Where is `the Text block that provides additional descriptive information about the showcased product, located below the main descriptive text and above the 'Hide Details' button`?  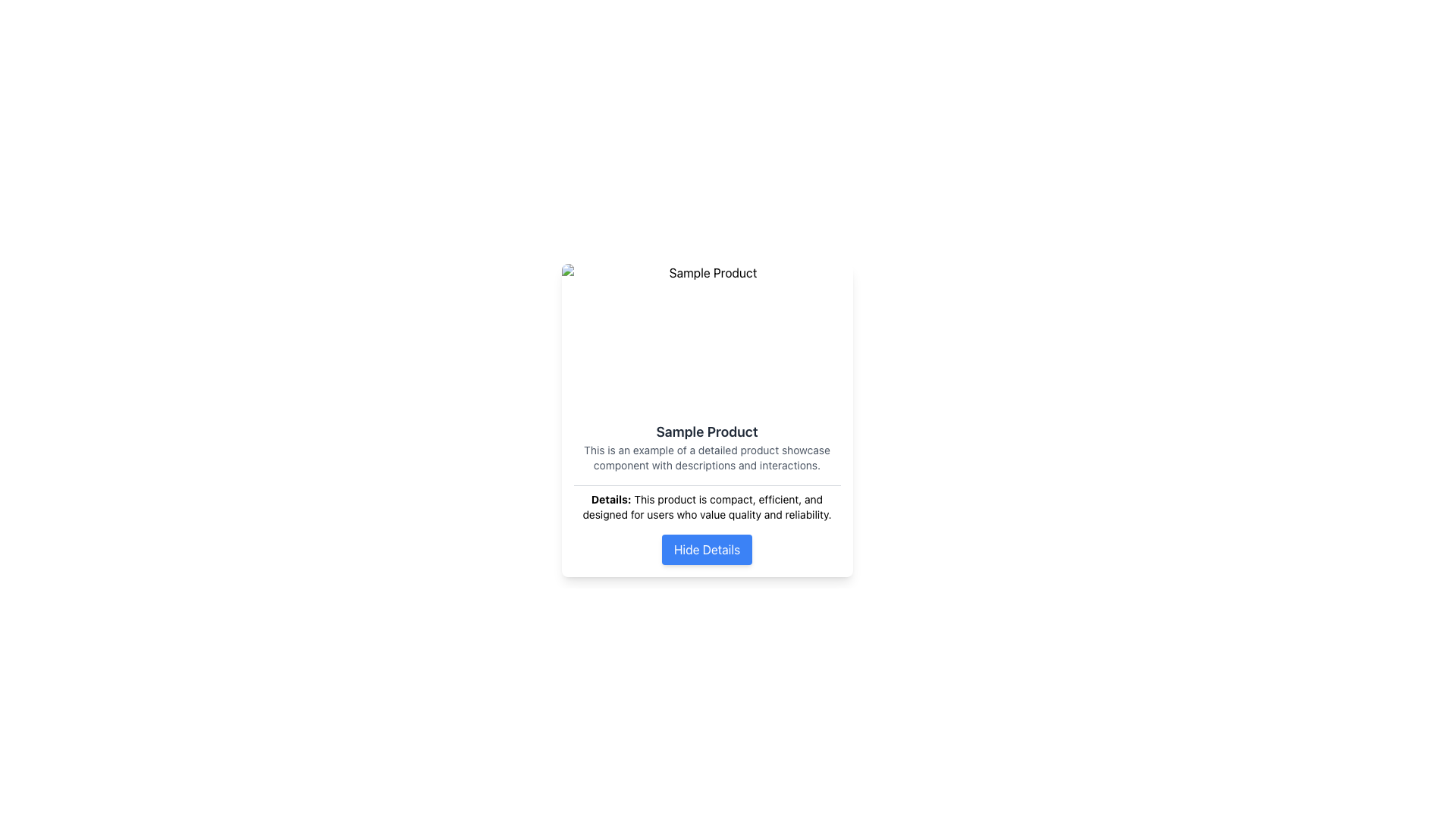
the Text block that provides additional descriptive information about the showcased product, located below the main descriptive text and above the 'Hide Details' button is located at coordinates (706, 493).